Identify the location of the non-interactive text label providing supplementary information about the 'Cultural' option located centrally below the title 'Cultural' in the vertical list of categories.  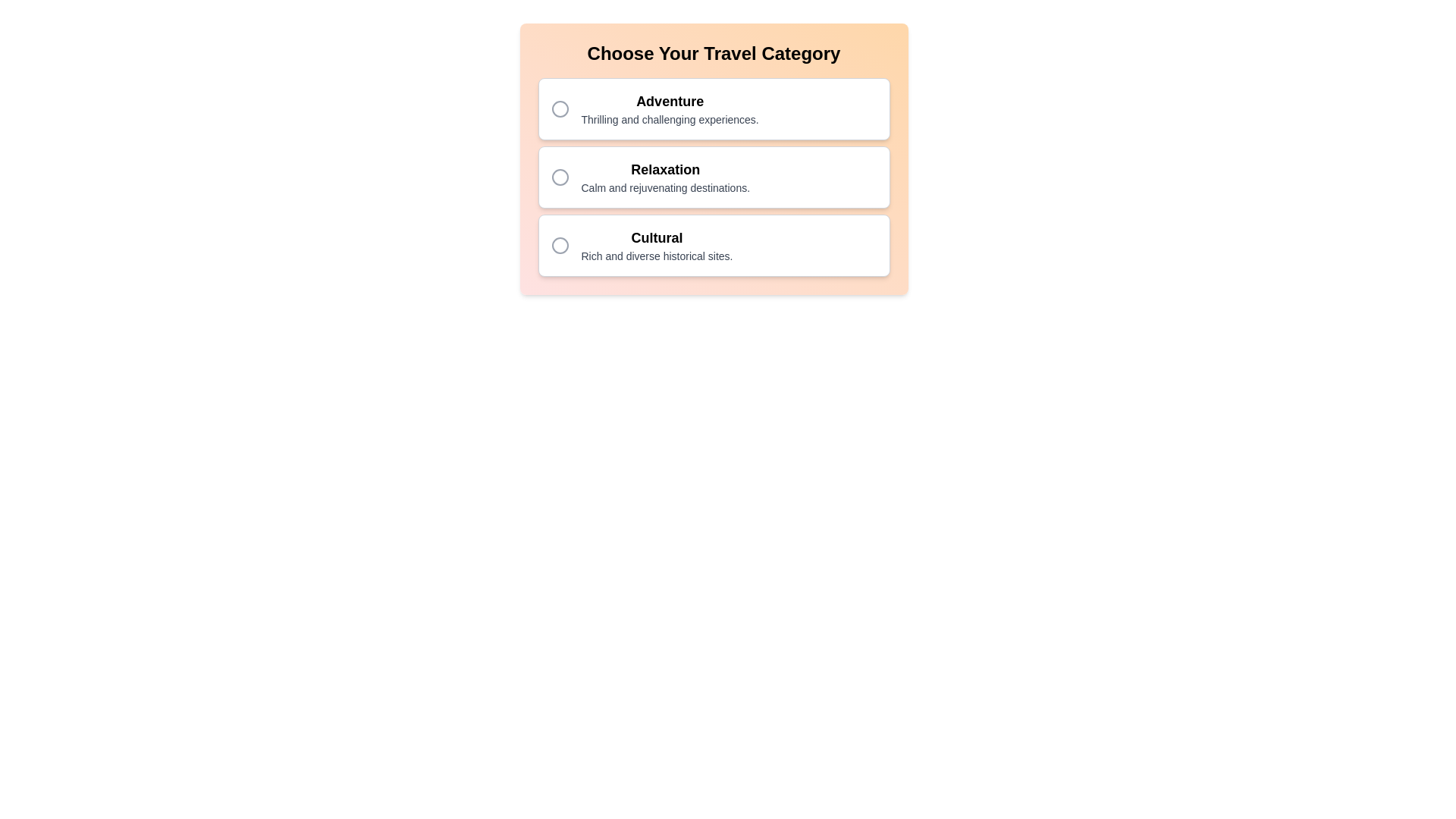
(657, 256).